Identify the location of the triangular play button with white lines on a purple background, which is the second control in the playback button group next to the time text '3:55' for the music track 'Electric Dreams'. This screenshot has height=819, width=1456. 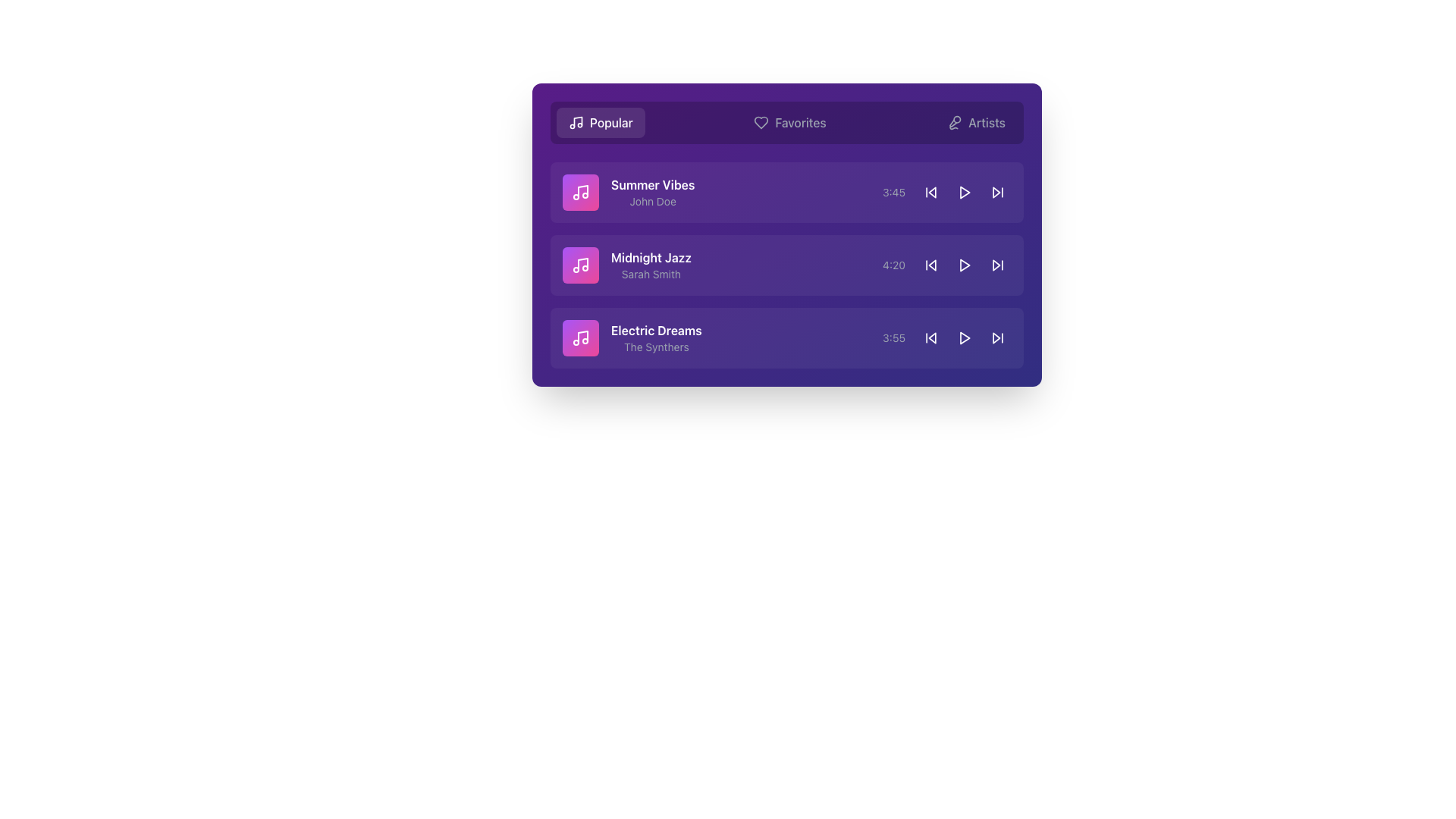
(964, 337).